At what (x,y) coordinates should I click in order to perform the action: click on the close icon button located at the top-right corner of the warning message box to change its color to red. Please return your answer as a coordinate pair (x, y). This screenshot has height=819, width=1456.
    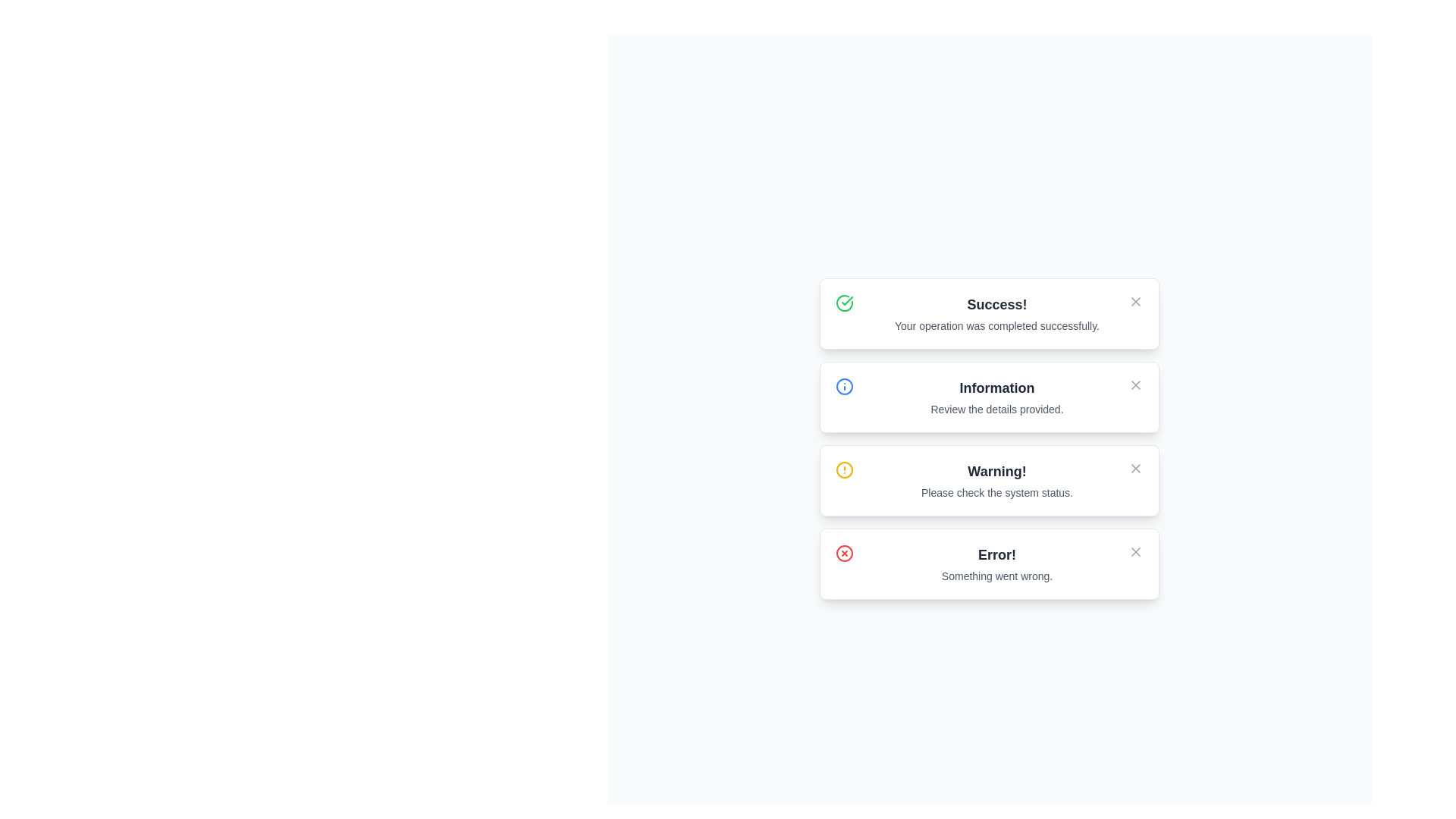
    Looking at the image, I should click on (1135, 467).